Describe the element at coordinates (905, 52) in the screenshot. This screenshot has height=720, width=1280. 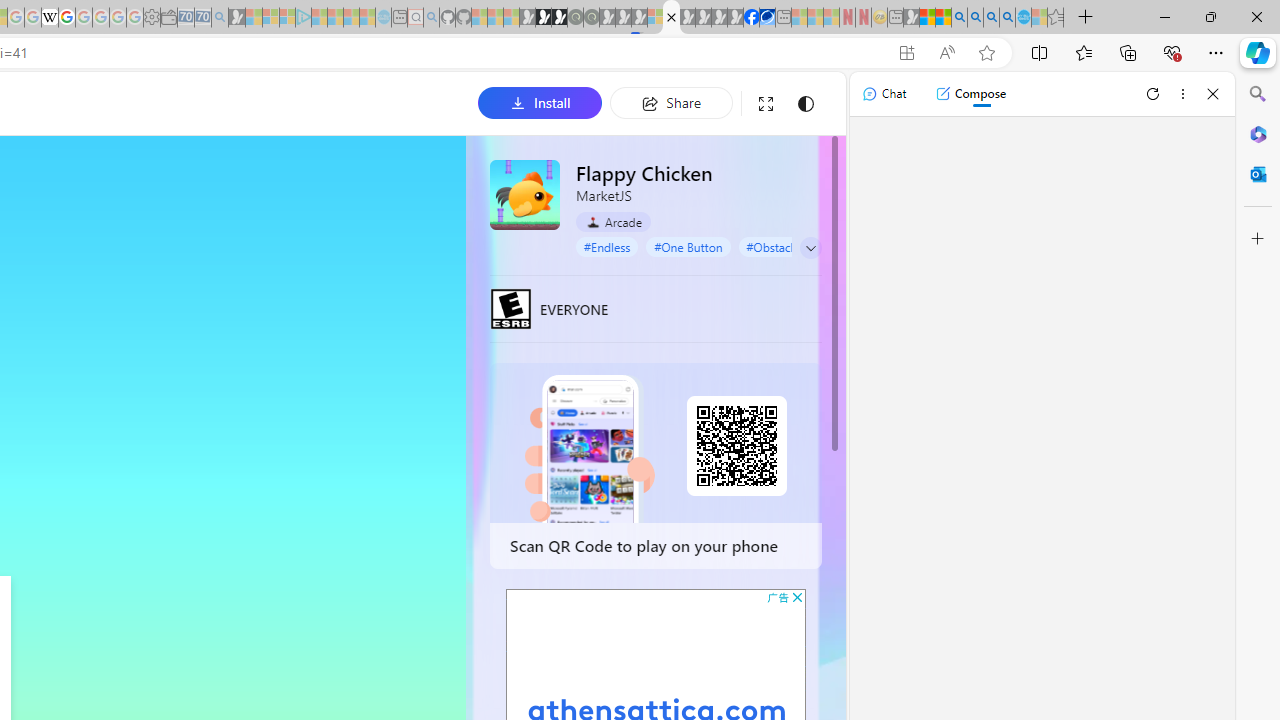
I see `'App available. Install Flappy Chicken'` at that location.